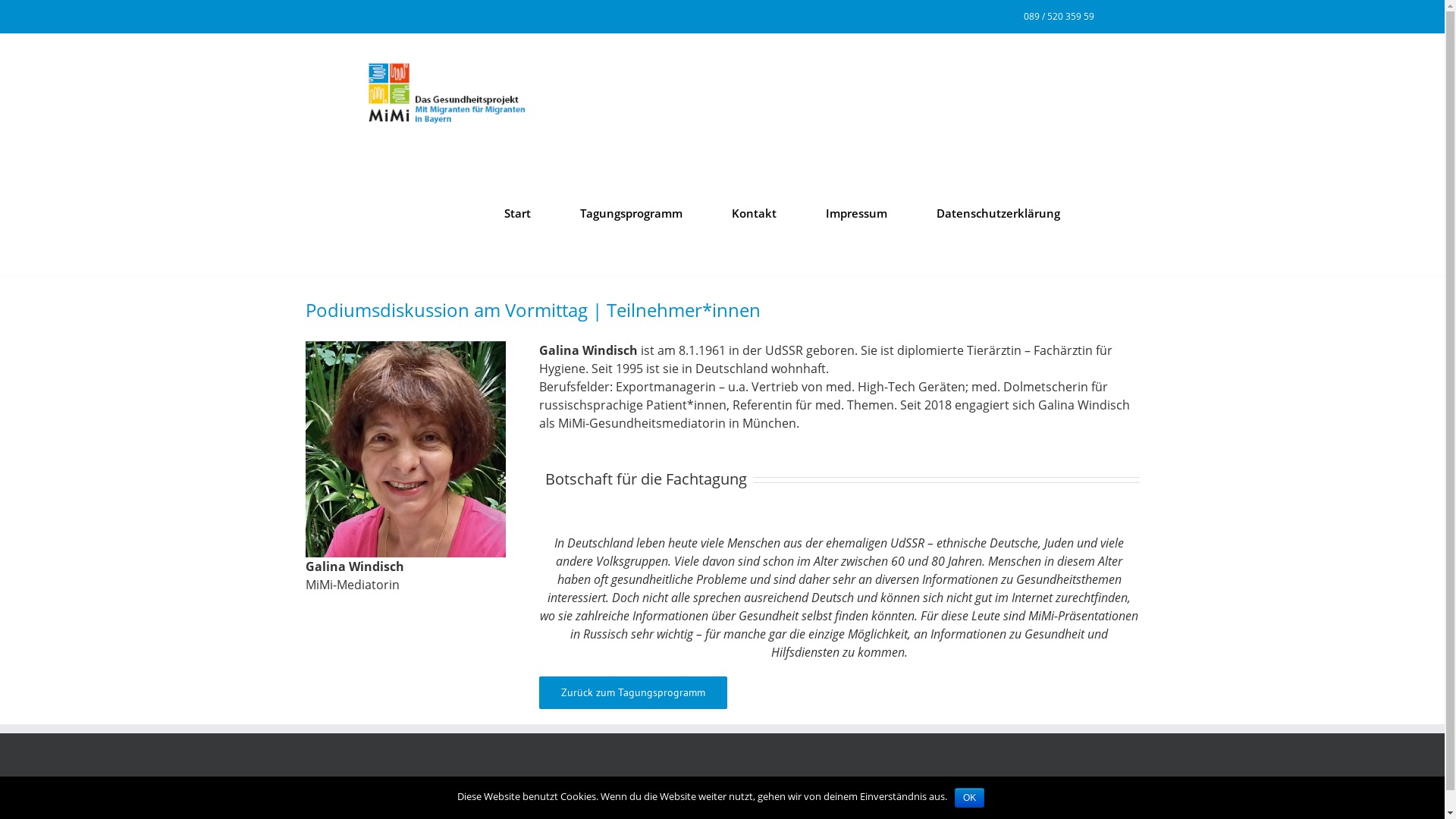  I want to click on 'Impressum', so click(855, 213).